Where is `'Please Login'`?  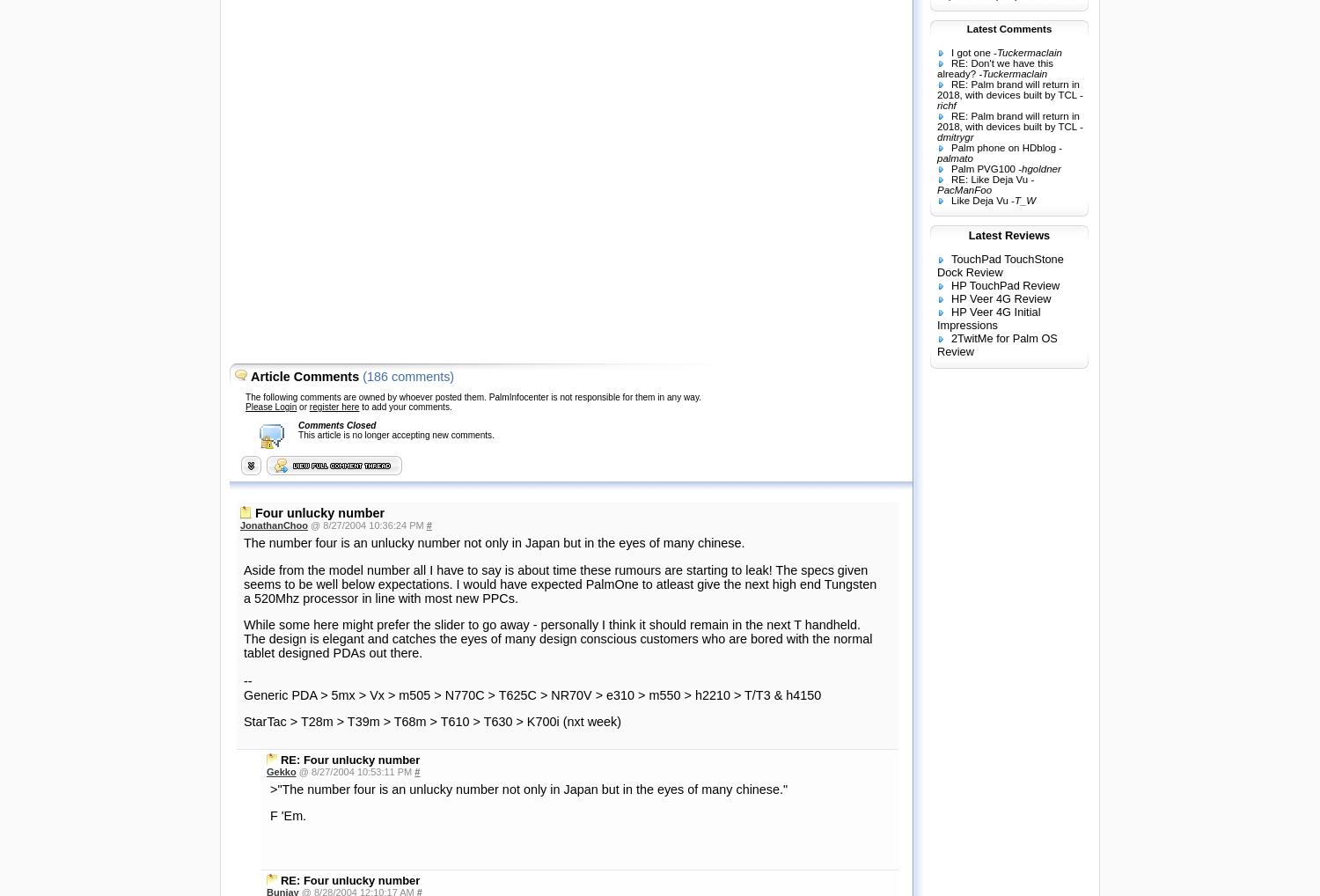 'Please Login' is located at coordinates (270, 406).